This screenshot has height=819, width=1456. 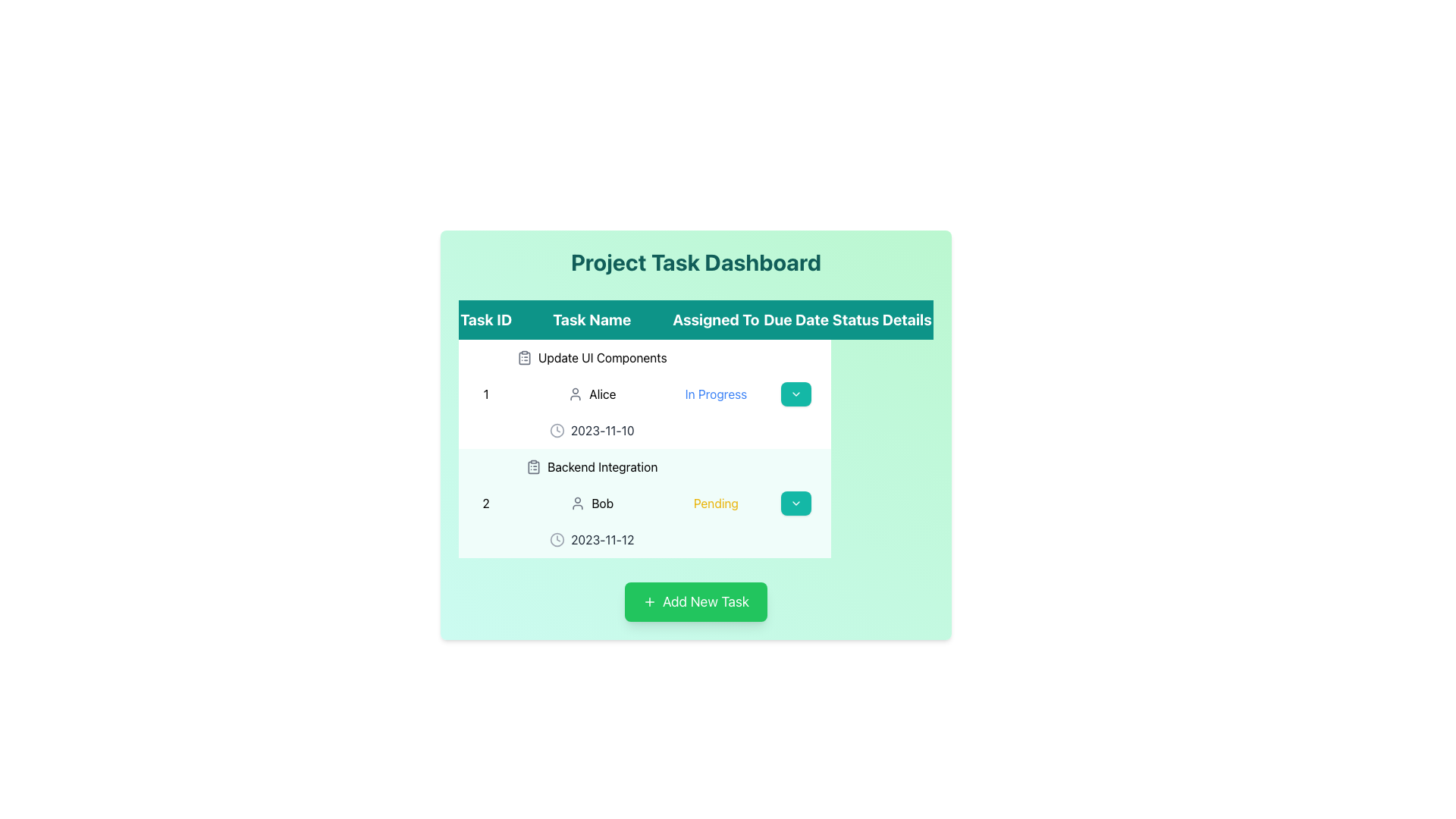 What do you see at coordinates (695, 601) in the screenshot?
I see `the green rectangular button labeled 'Add New Task'` at bounding box center [695, 601].